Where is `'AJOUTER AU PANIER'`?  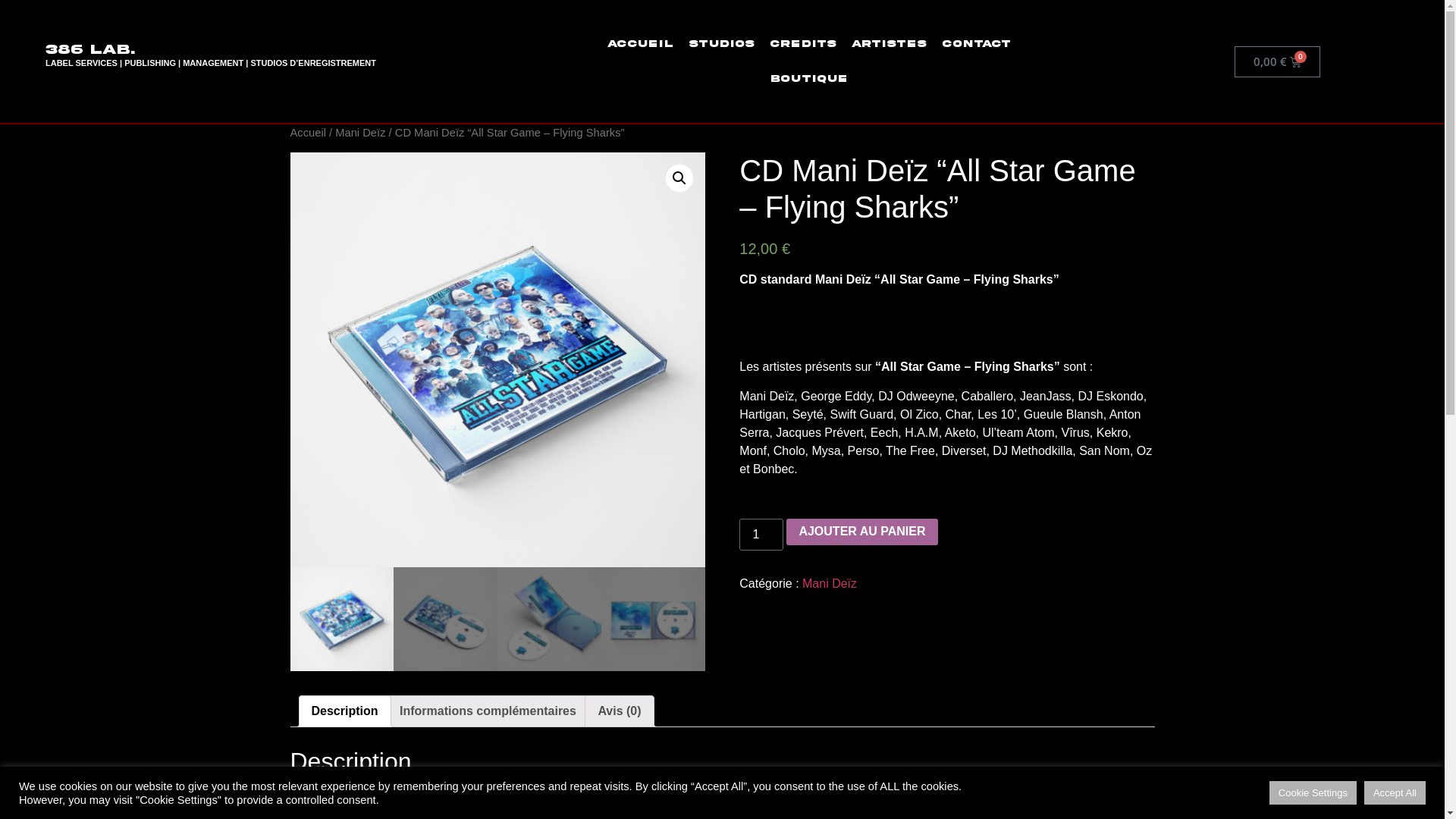 'AJOUTER AU PANIER' is located at coordinates (861, 532).